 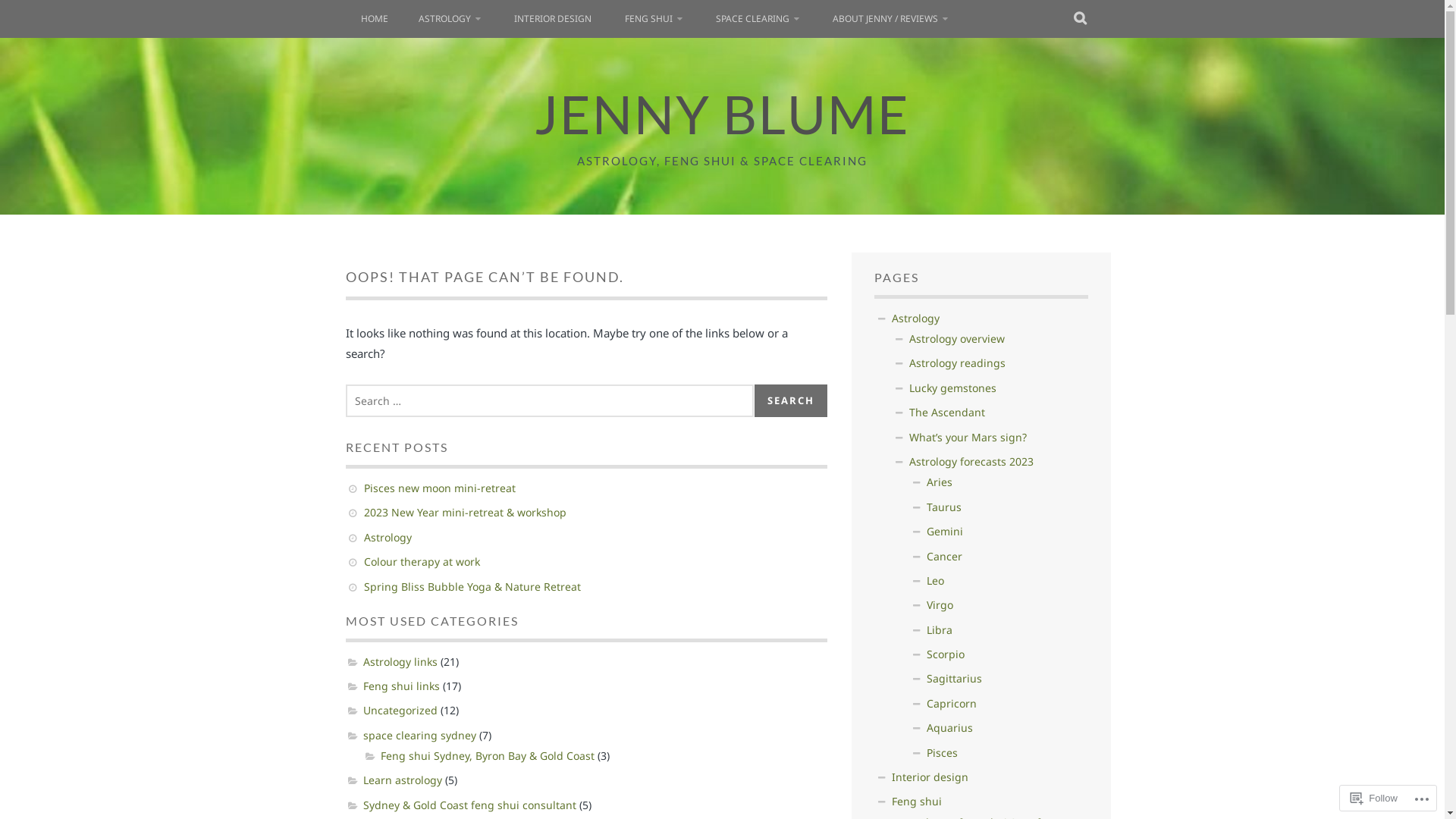 I want to click on 'Spring Bliss Bubble Yoga & Nature Retreat', so click(x=472, y=585).